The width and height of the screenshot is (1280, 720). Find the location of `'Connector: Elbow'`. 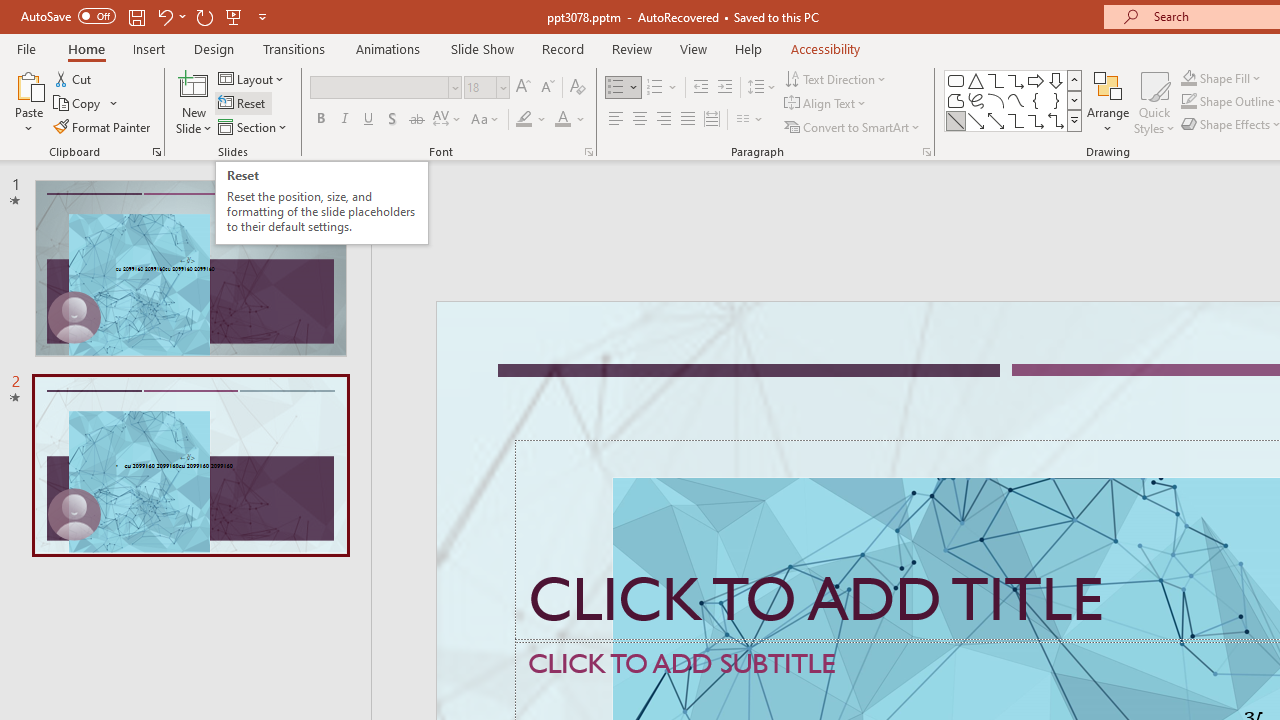

'Connector: Elbow' is located at coordinates (1016, 120).